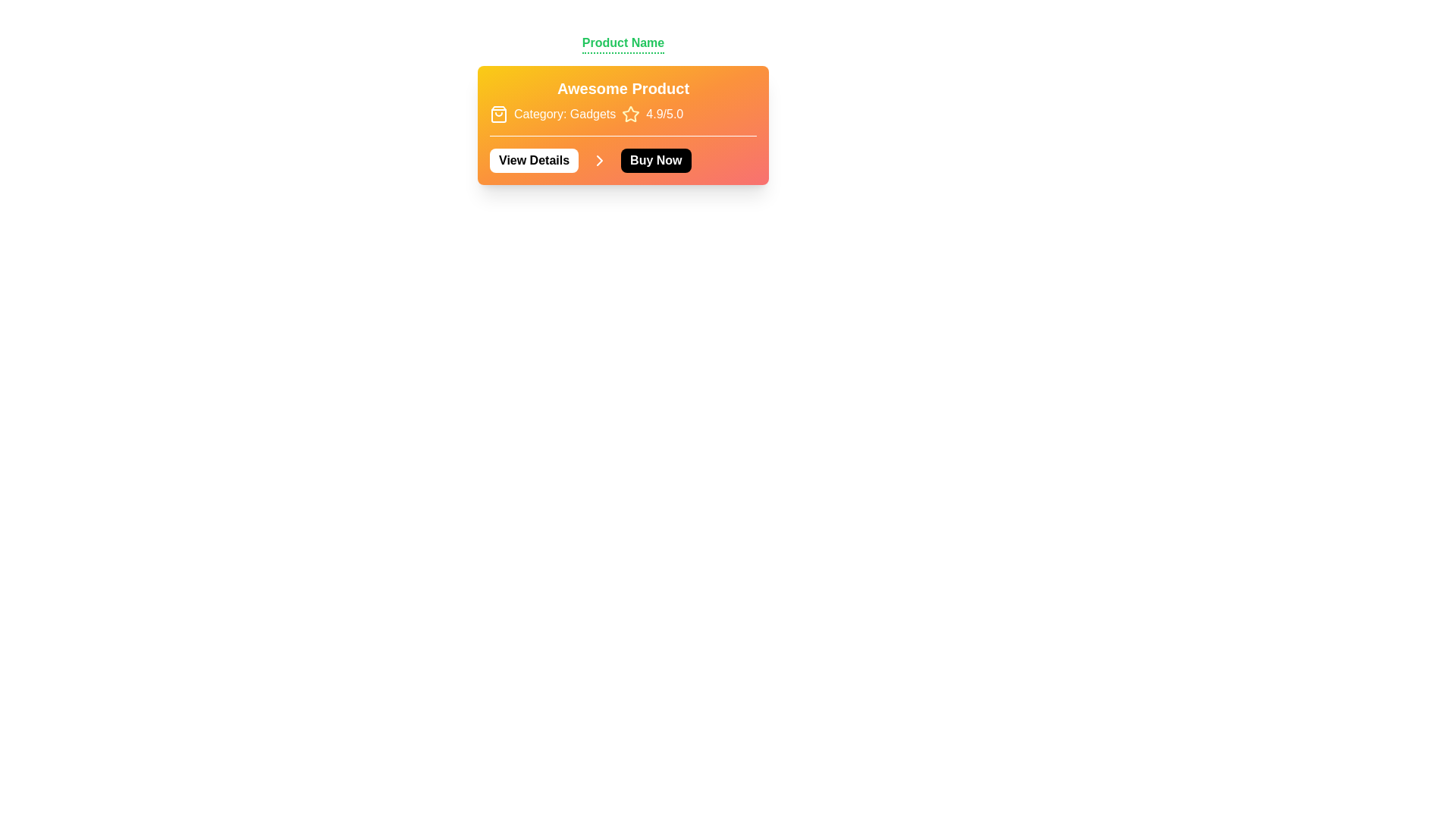 The image size is (1456, 819). What do you see at coordinates (664, 113) in the screenshot?
I see `the text label displaying the product rating, located to the right of the star icon and following the 'Category: Gadgets' text section` at bounding box center [664, 113].